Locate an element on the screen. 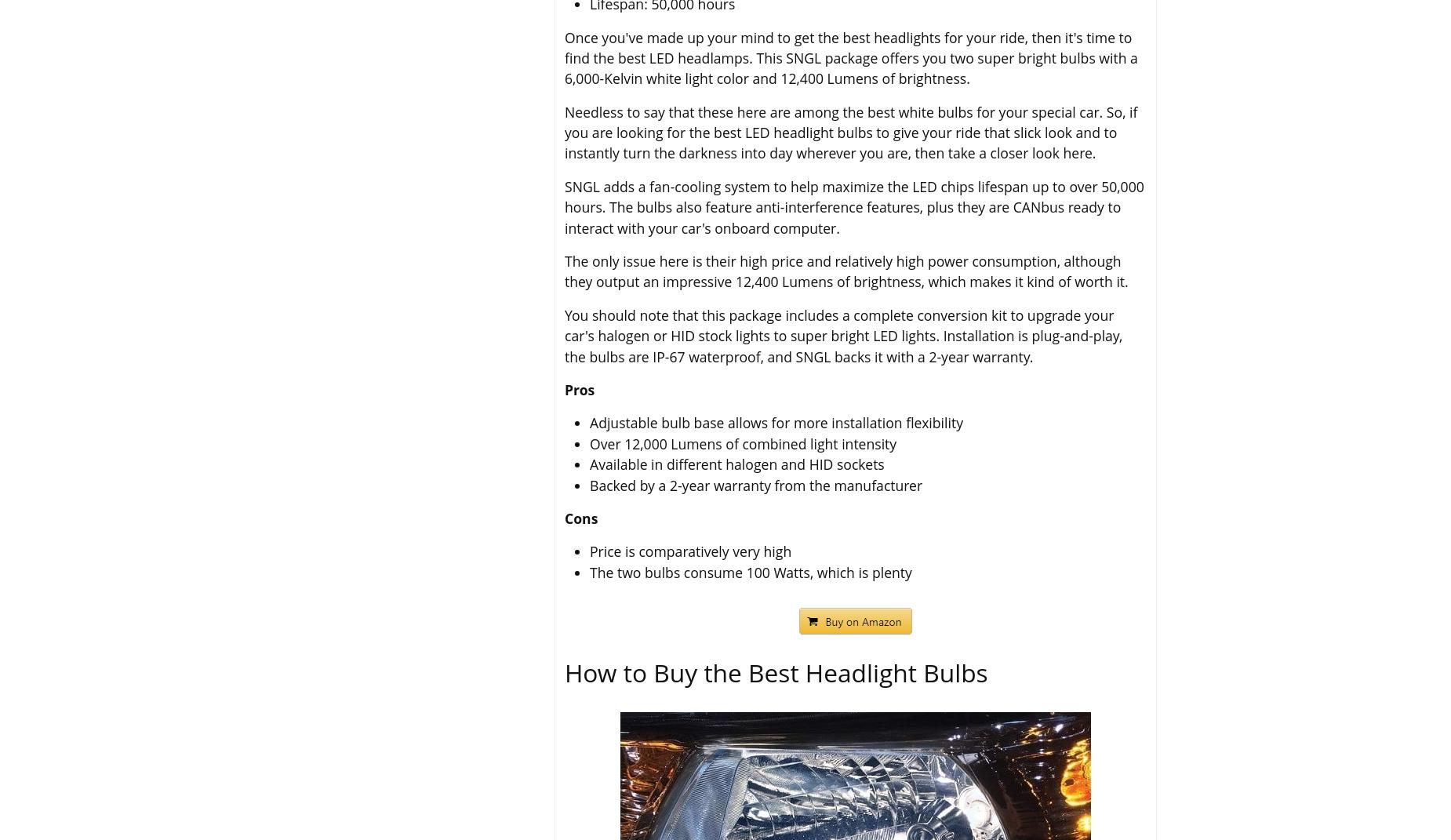 The width and height of the screenshot is (1451, 840). 'Cons' is located at coordinates (580, 516).